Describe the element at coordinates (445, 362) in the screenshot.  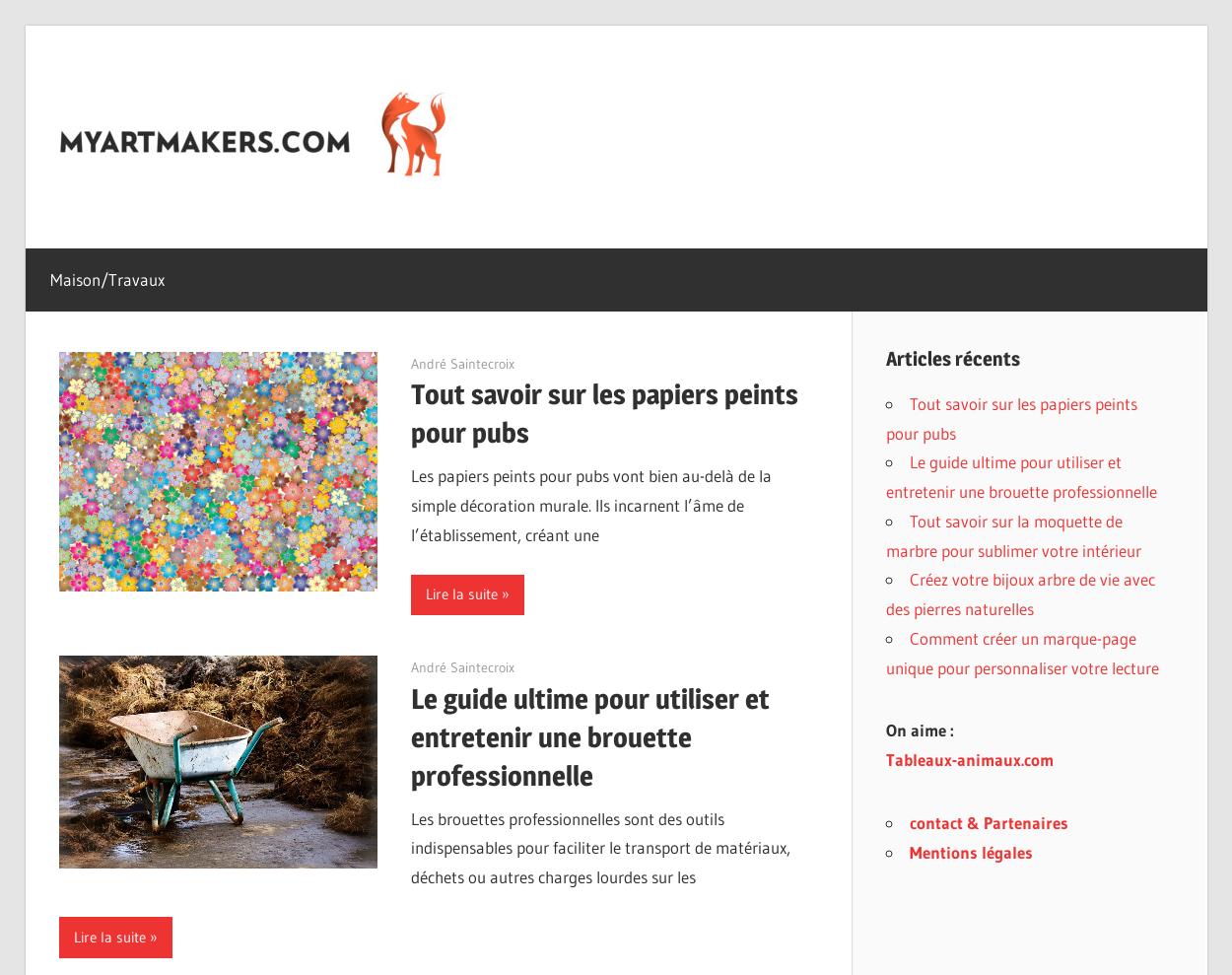
I see `'24/10/2023'` at that location.